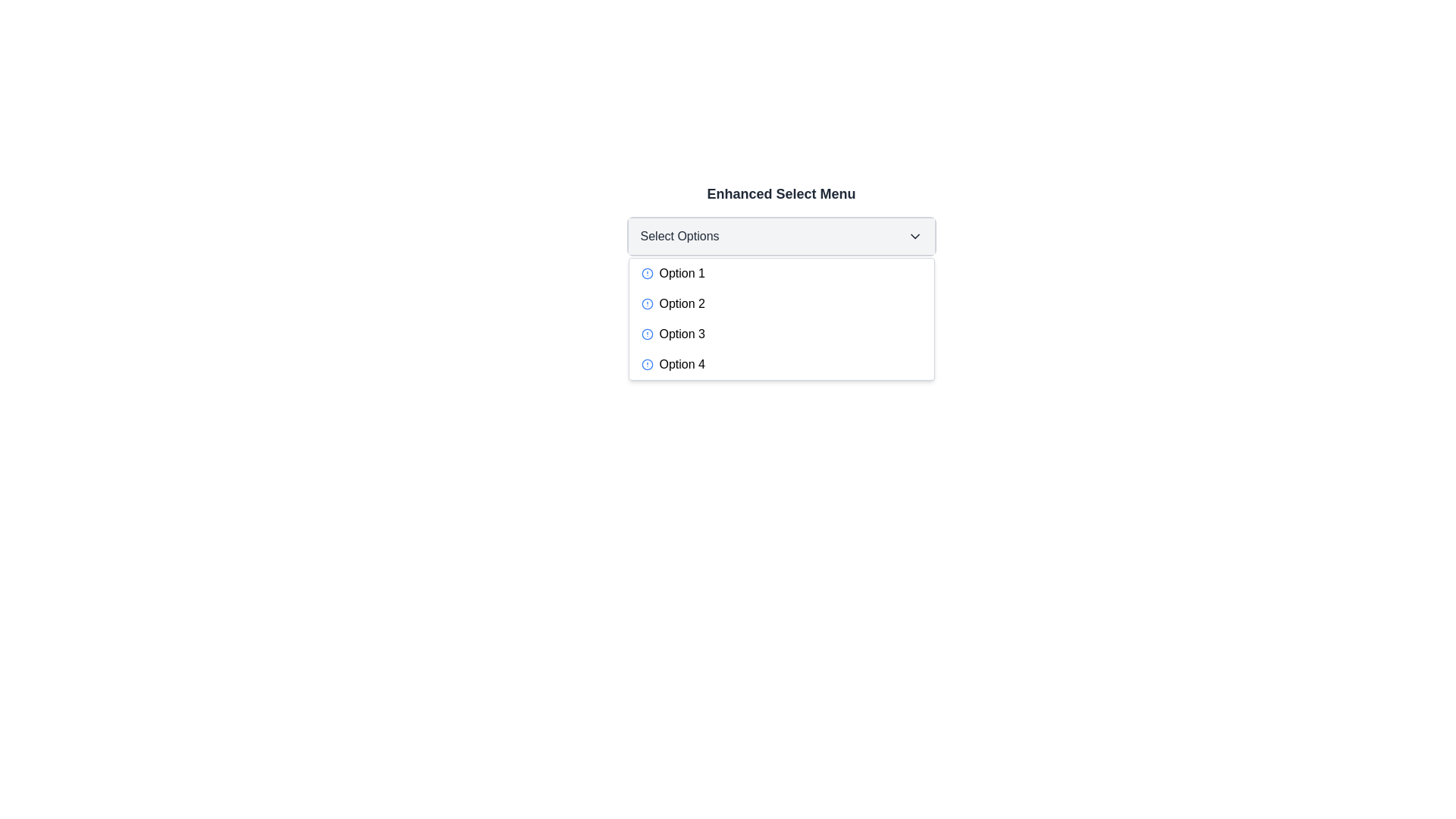  Describe the element at coordinates (672, 274) in the screenshot. I see `the first list item labeled 'Option 1' in the dropdown menu 'Enhanced Select Menu', which features a blue circular icon with an exclamation mark next to the text` at that location.